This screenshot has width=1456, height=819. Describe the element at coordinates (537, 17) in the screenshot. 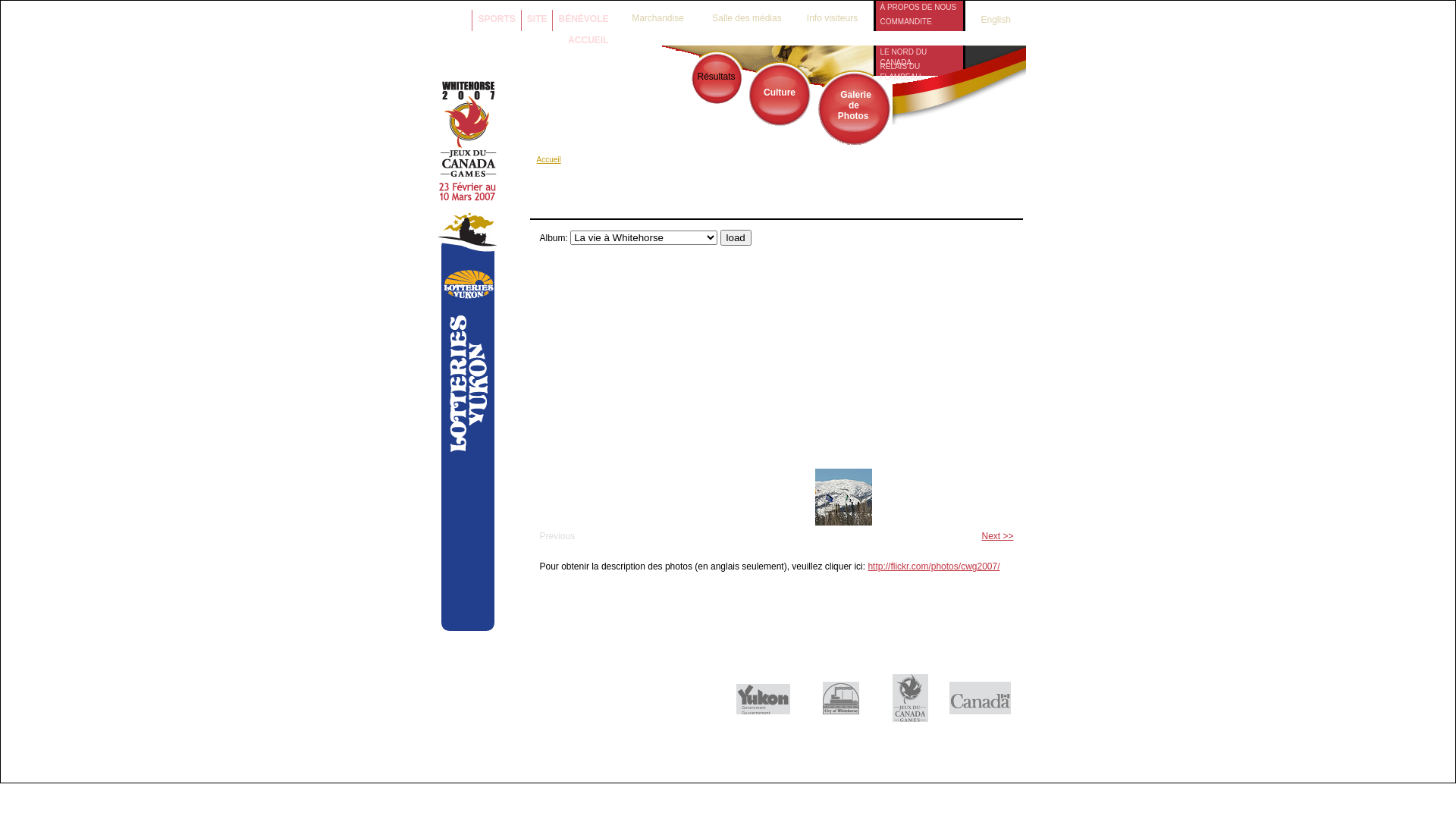

I see `'SITE'` at that location.